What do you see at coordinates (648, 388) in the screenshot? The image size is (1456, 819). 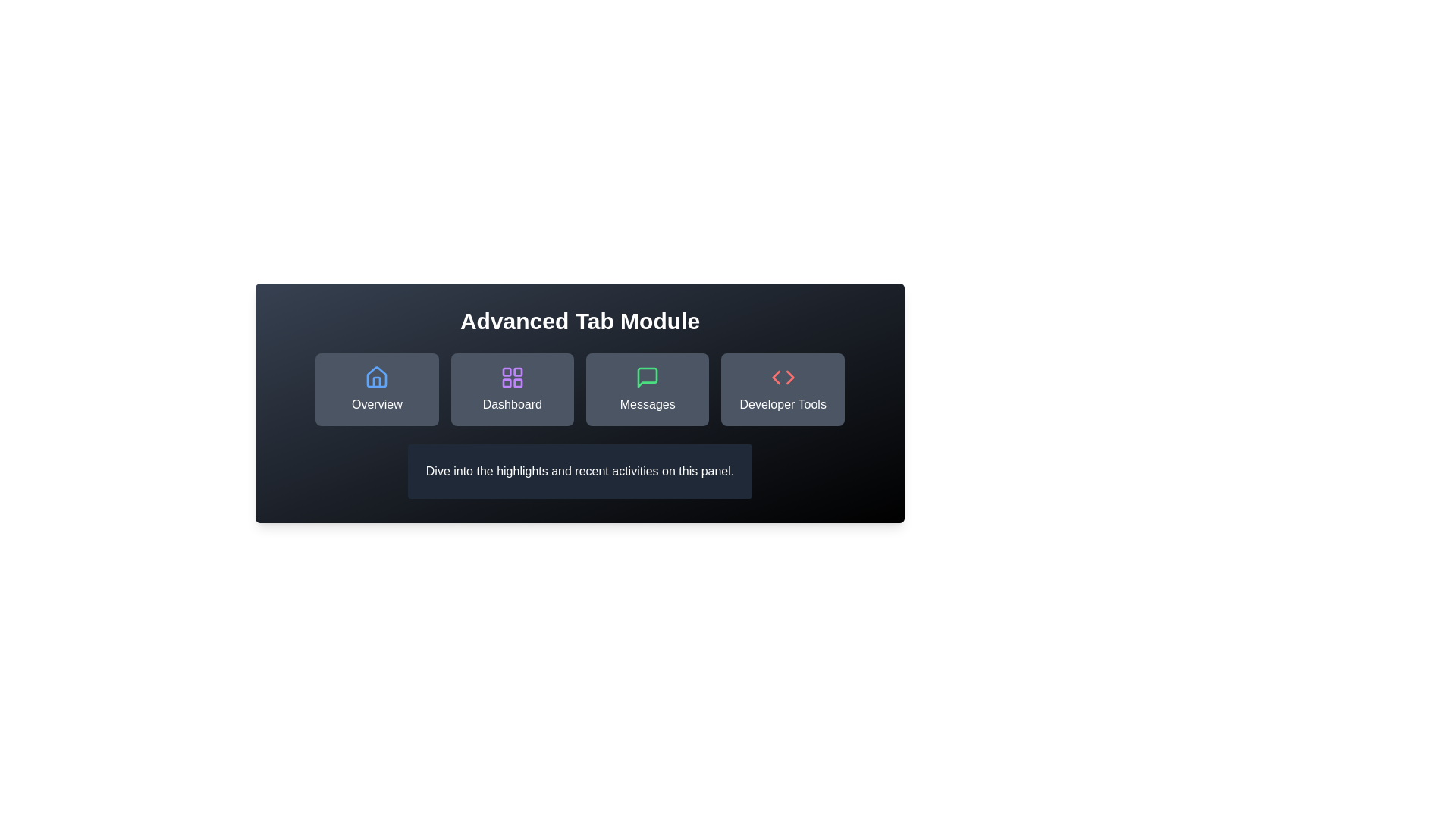 I see `the Messages tab button to switch active content` at bounding box center [648, 388].